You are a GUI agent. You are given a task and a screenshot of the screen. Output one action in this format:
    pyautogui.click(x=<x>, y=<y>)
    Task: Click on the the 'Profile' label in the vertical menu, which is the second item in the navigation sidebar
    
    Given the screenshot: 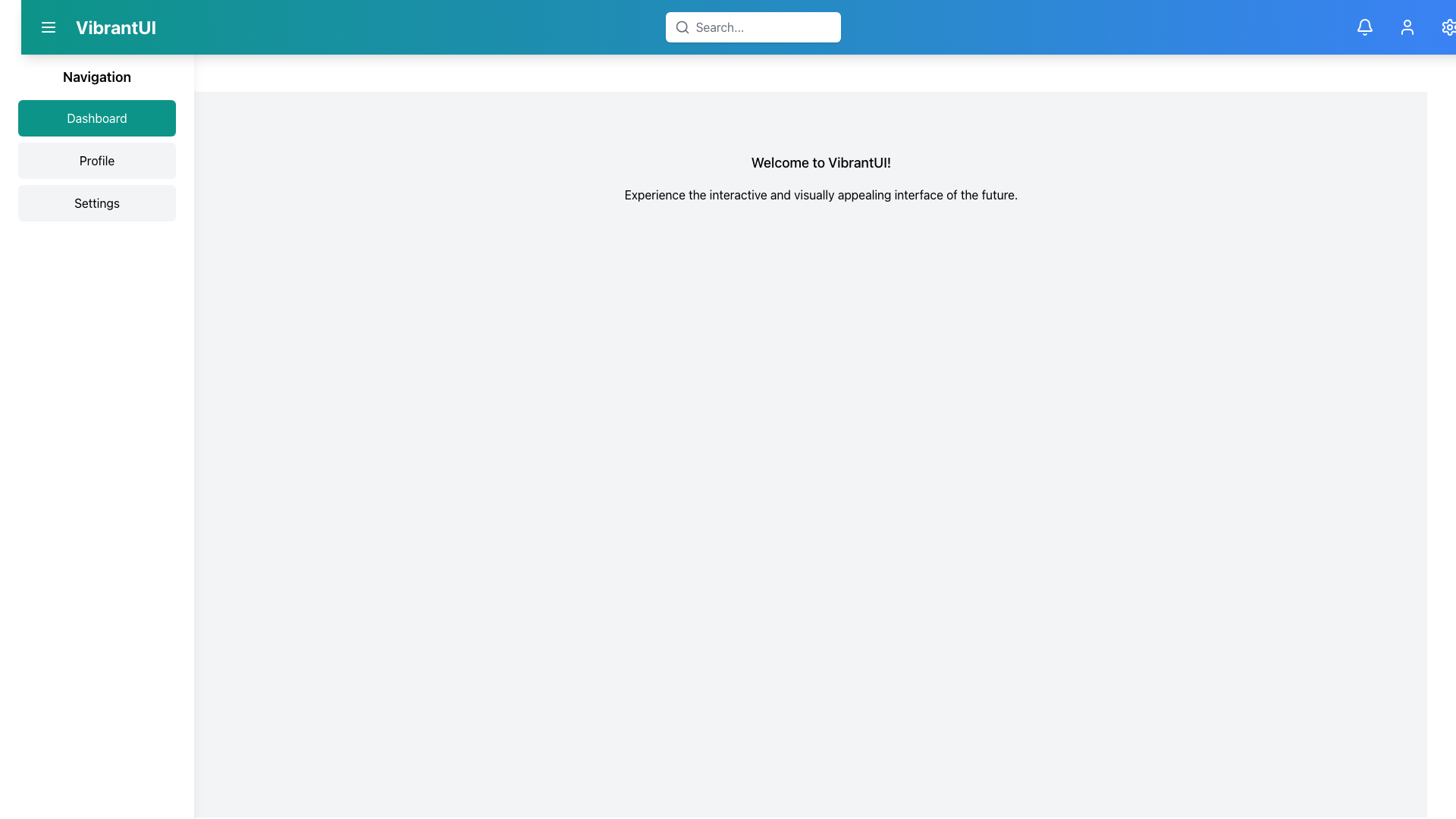 What is the action you would take?
    pyautogui.click(x=96, y=161)
    